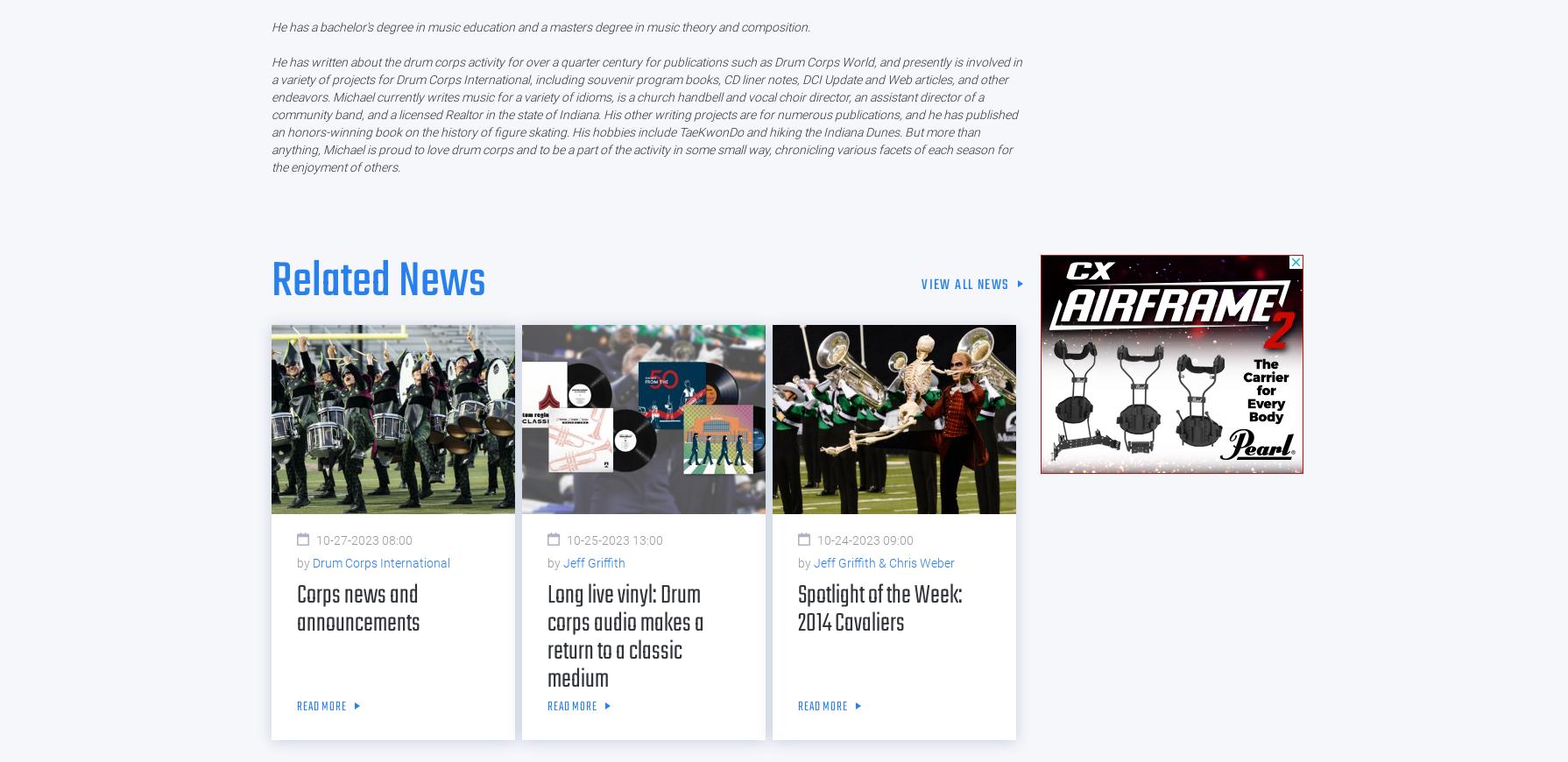 The height and width of the screenshot is (762, 1568). I want to click on '10-25-2023 13:00', so click(614, 540).